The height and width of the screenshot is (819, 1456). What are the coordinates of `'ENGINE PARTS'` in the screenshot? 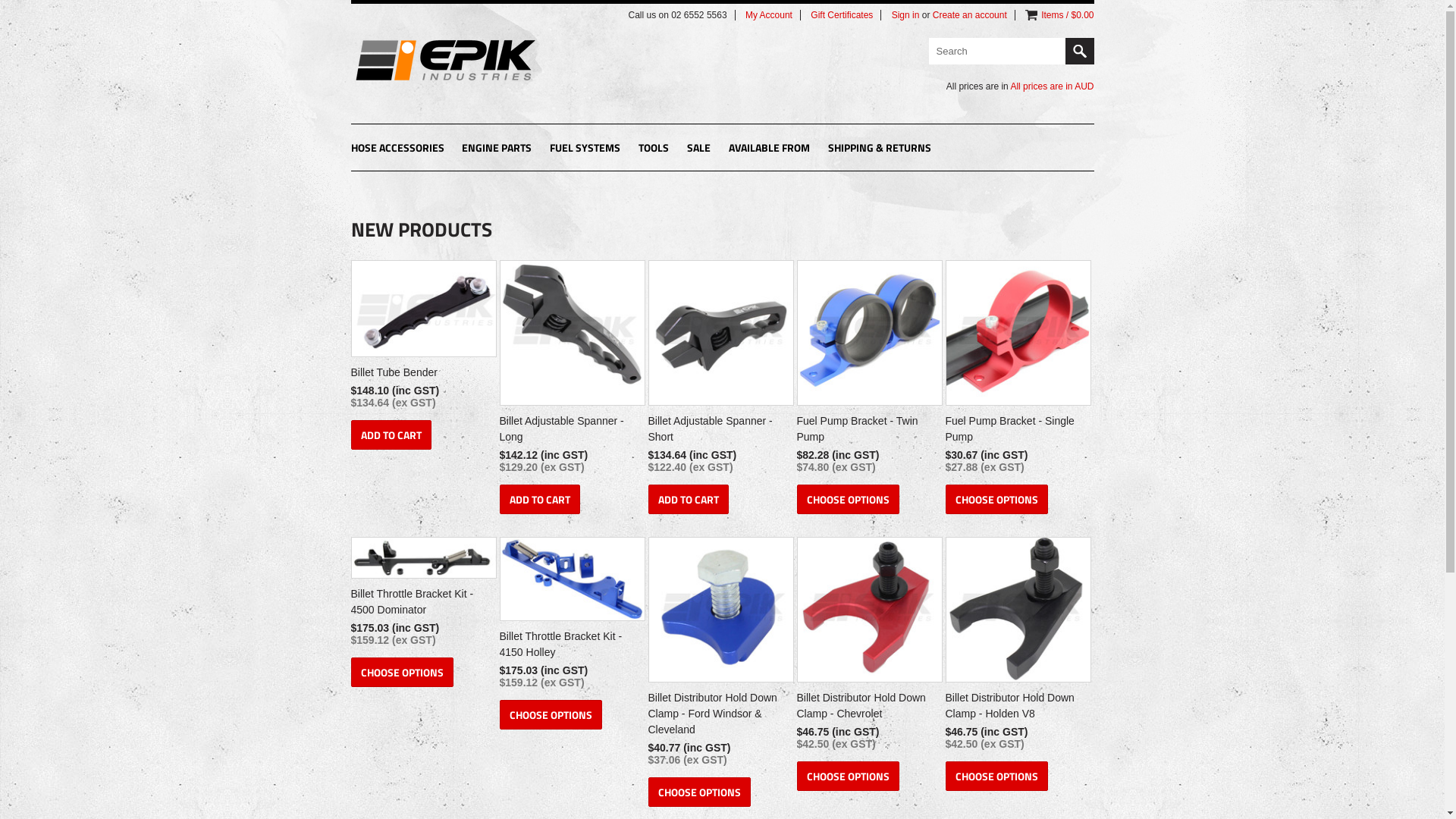 It's located at (496, 149).